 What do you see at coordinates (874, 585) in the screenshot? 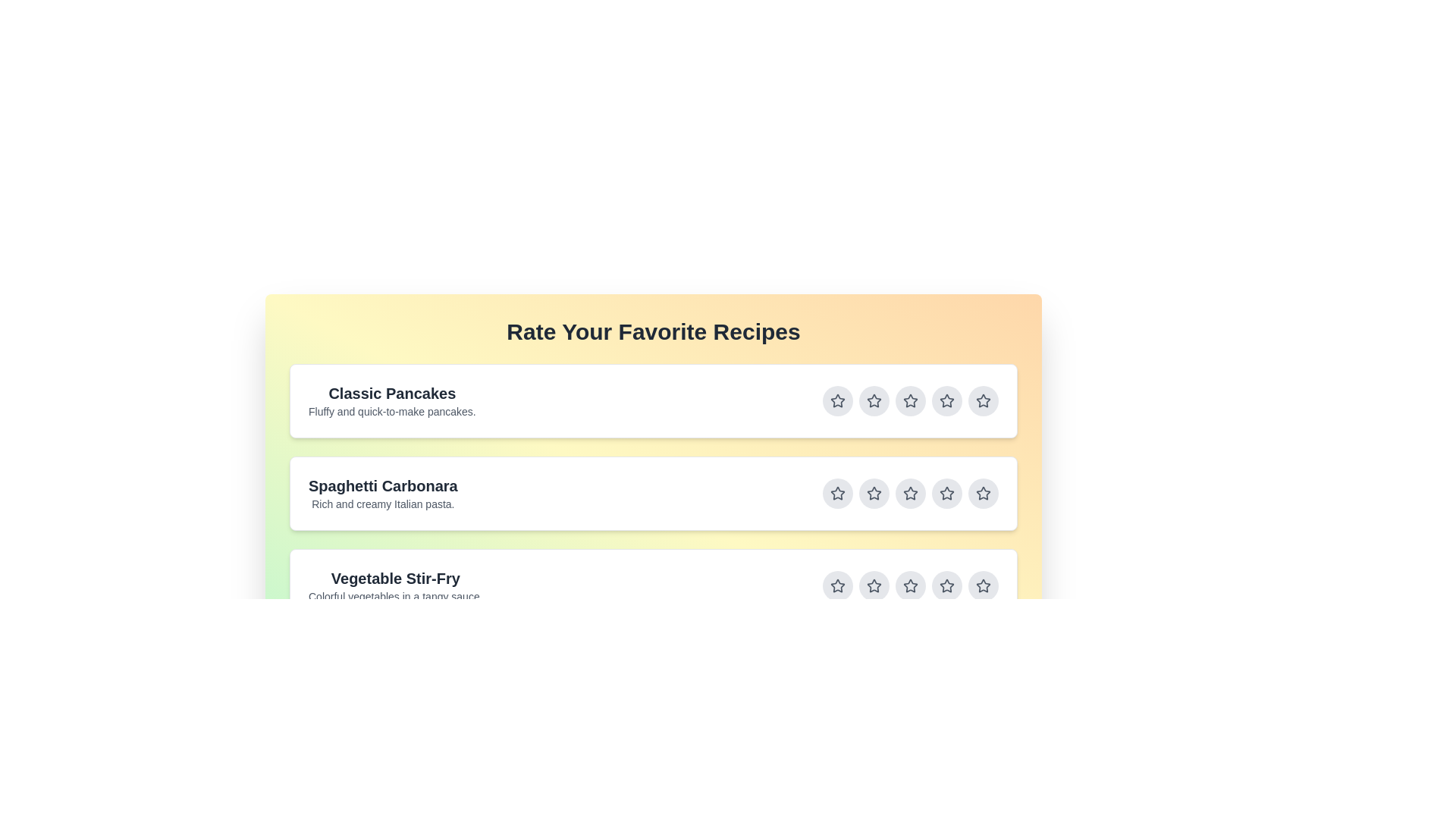
I see `the star button corresponding to 2 stars for the recipe titled Vegetable Stir-Fry` at bounding box center [874, 585].